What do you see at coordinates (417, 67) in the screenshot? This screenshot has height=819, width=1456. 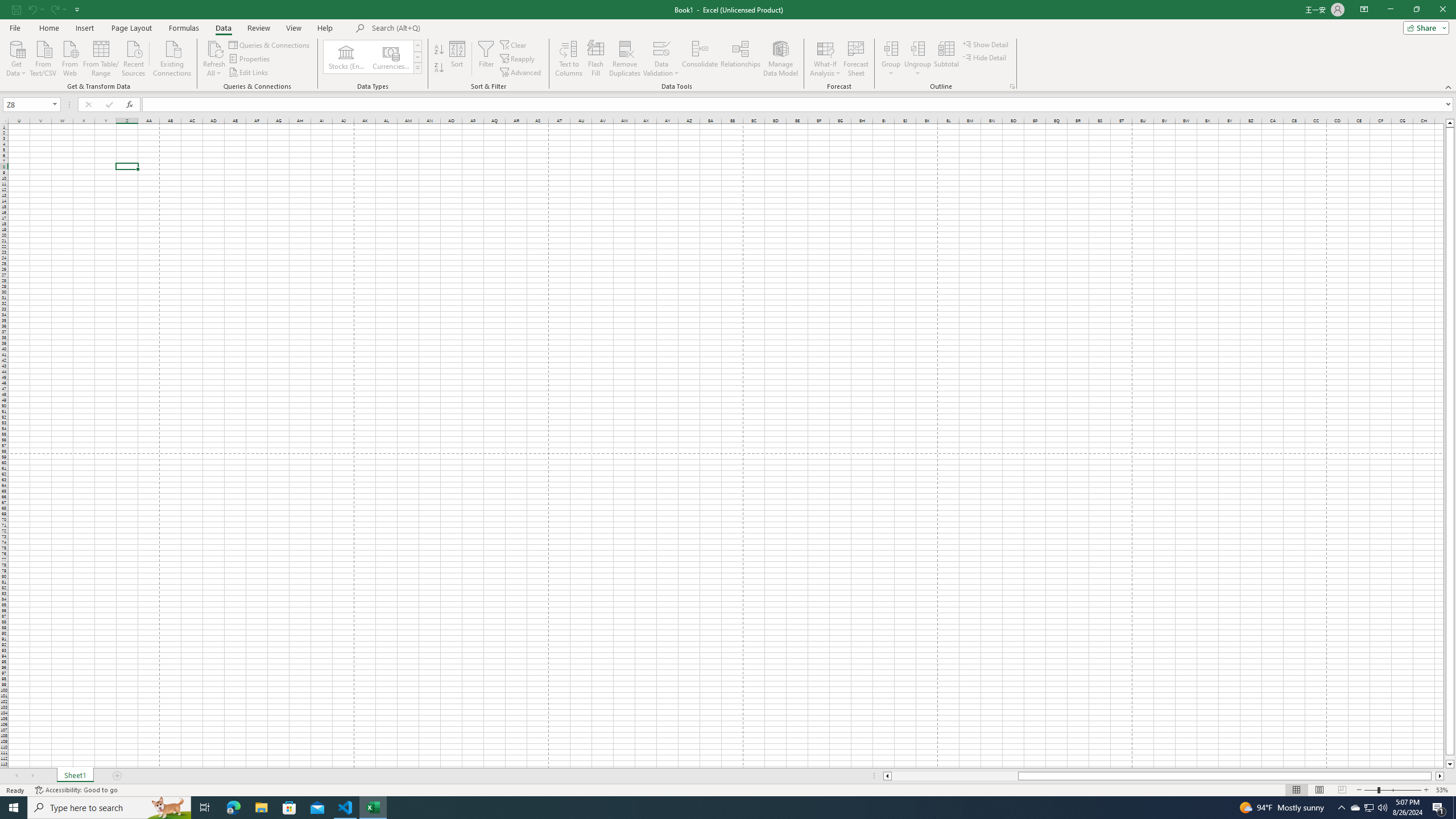 I see `'Data Types'` at bounding box center [417, 67].